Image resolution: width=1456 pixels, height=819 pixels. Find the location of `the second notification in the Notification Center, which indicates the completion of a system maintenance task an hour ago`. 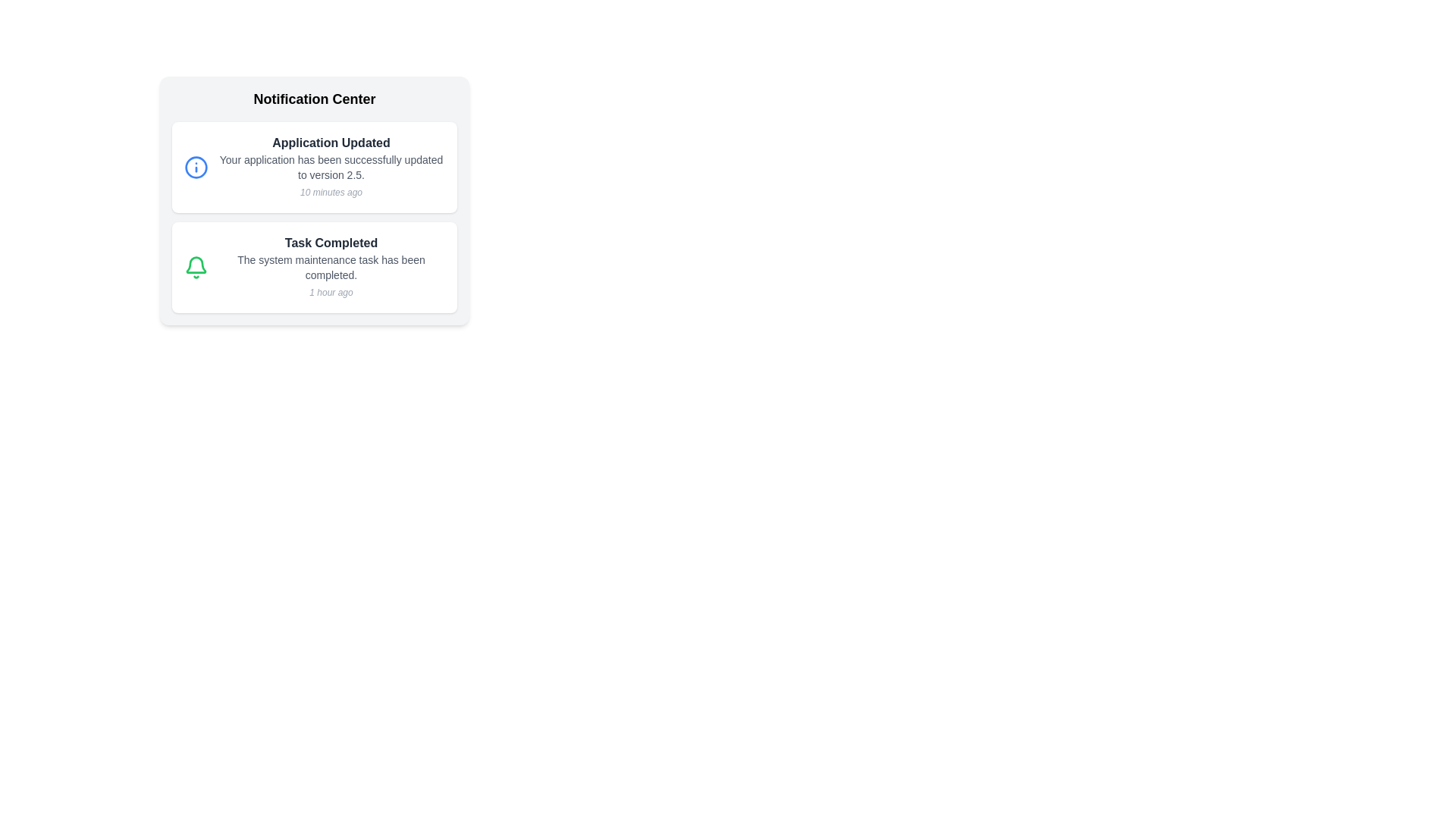

the second notification in the Notification Center, which indicates the completion of a system maintenance task an hour ago is located at coordinates (313, 267).